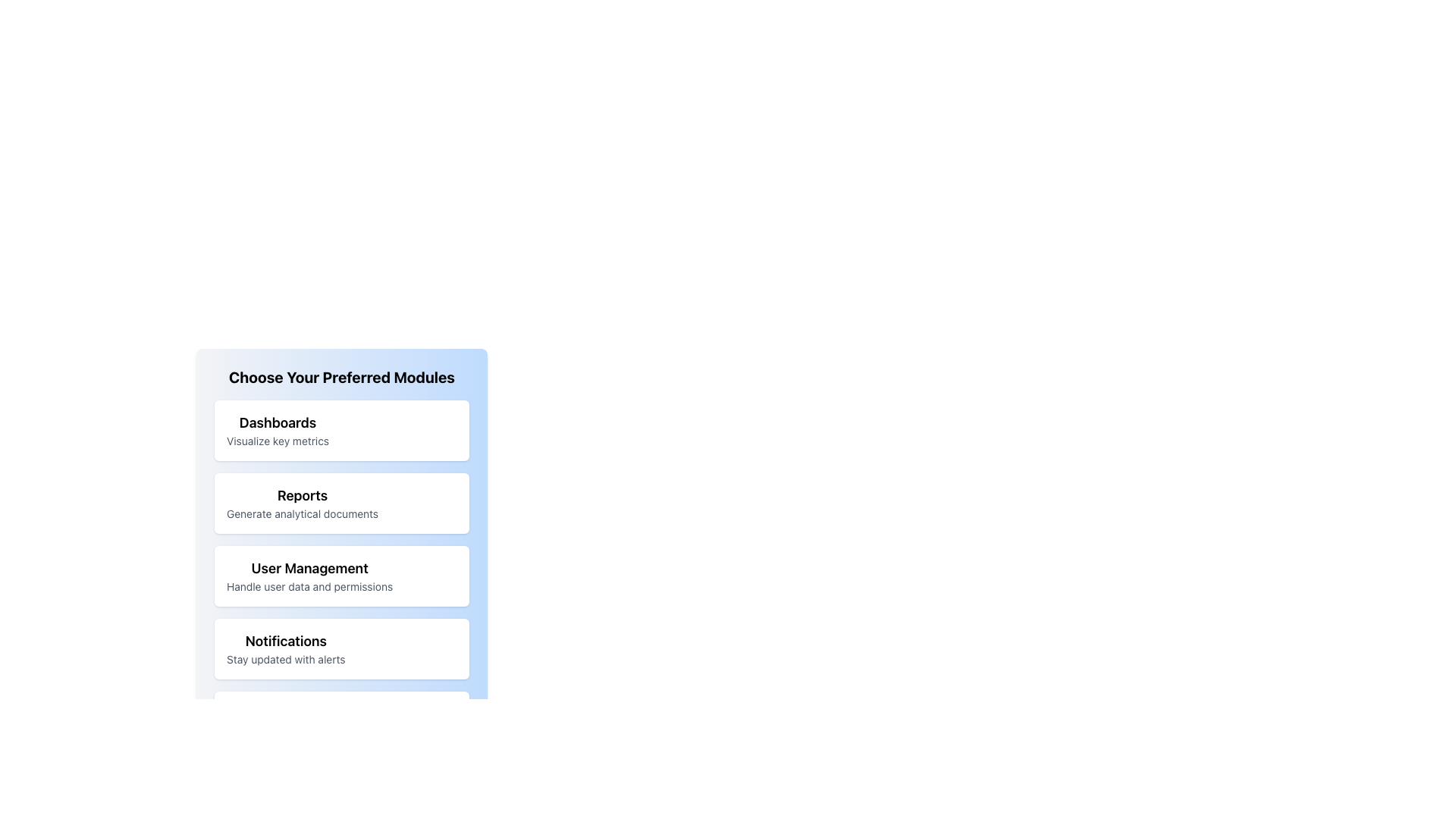 The image size is (1456, 819). I want to click on the descriptive text label that provides additional information about the 'User Management' feature, which is located beneath the title 'User Management', so click(309, 586).